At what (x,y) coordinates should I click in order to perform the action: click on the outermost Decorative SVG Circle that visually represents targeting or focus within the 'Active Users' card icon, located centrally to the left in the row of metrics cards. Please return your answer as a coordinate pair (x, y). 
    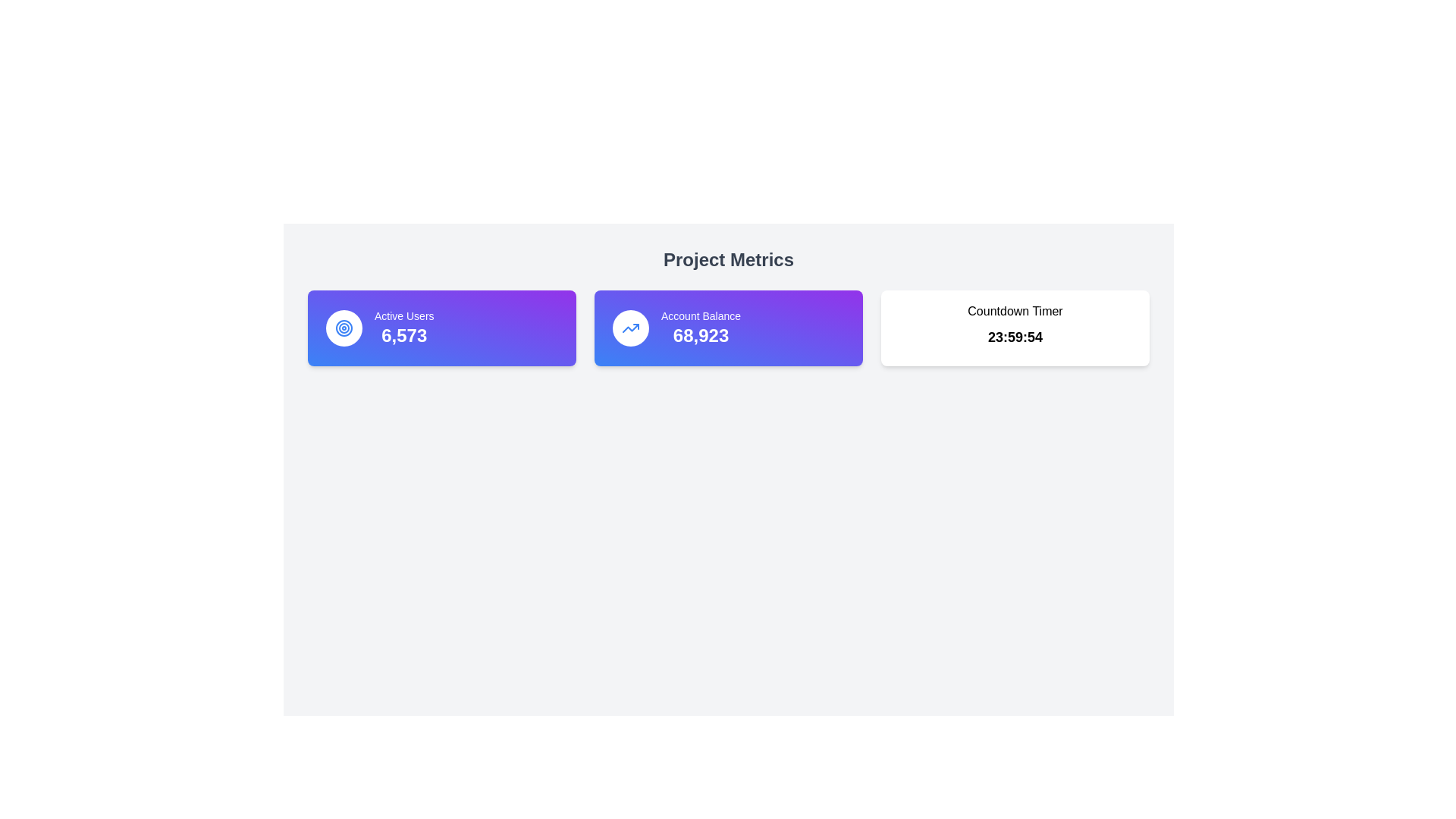
    Looking at the image, I should click on (344, 327).